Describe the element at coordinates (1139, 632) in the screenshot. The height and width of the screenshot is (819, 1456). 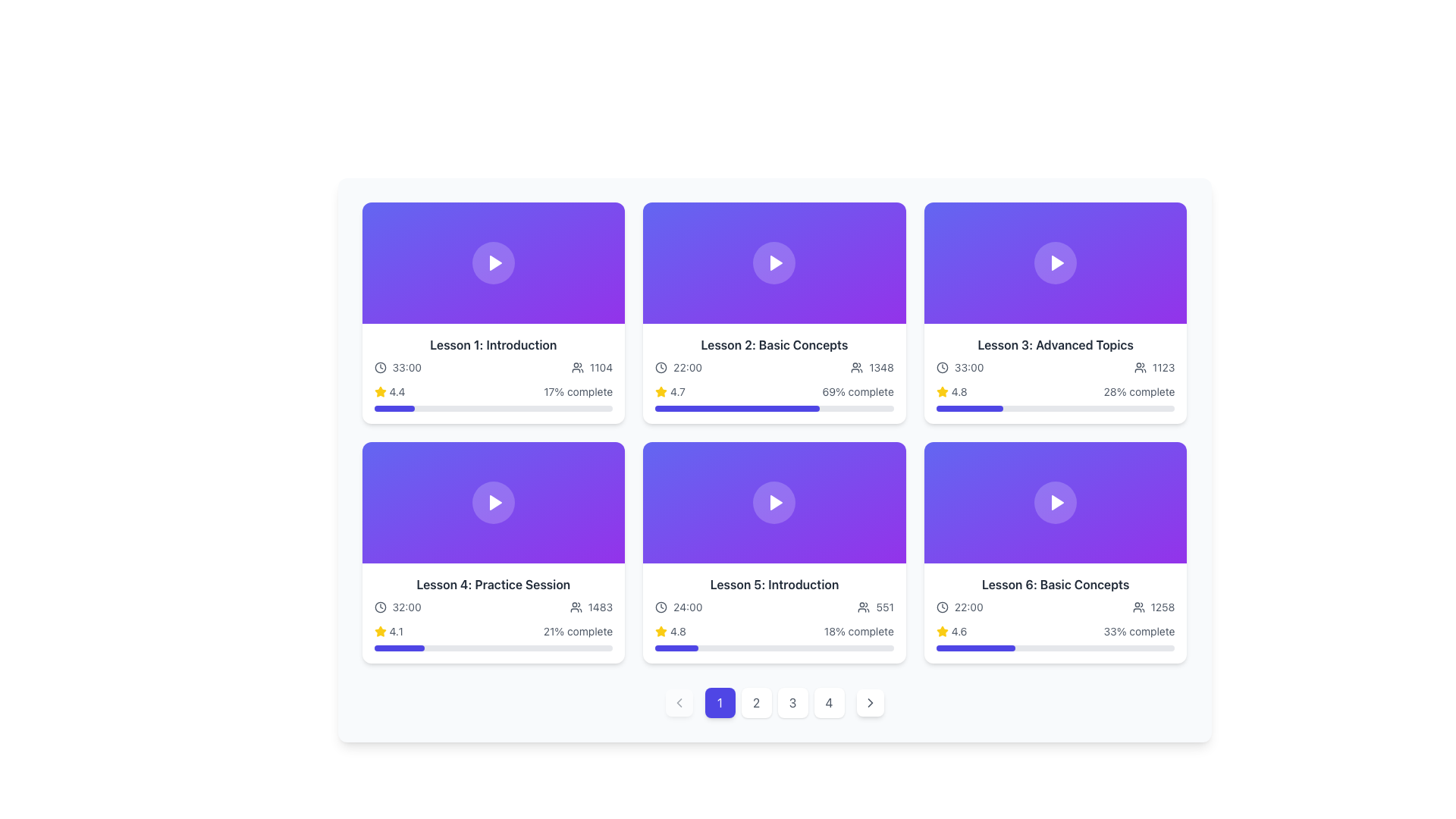
I see `the text label displaying '33% complete' in a medium gray shade, located within the sixth item of a grid layout, beneath the numerical rating and a progress bar` at that location.